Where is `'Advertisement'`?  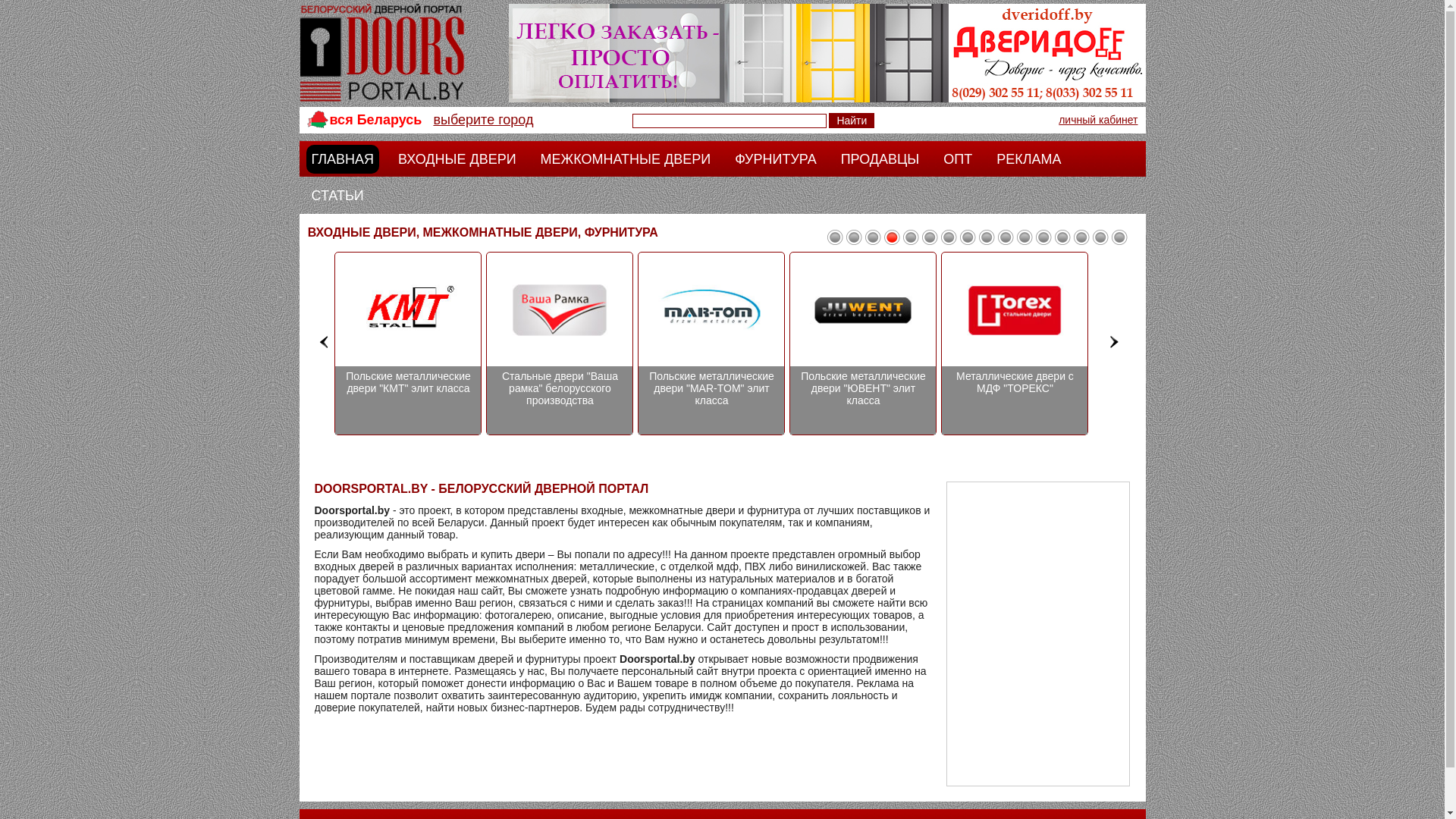
'Advertisement' is located at coordinates (1037, 634).